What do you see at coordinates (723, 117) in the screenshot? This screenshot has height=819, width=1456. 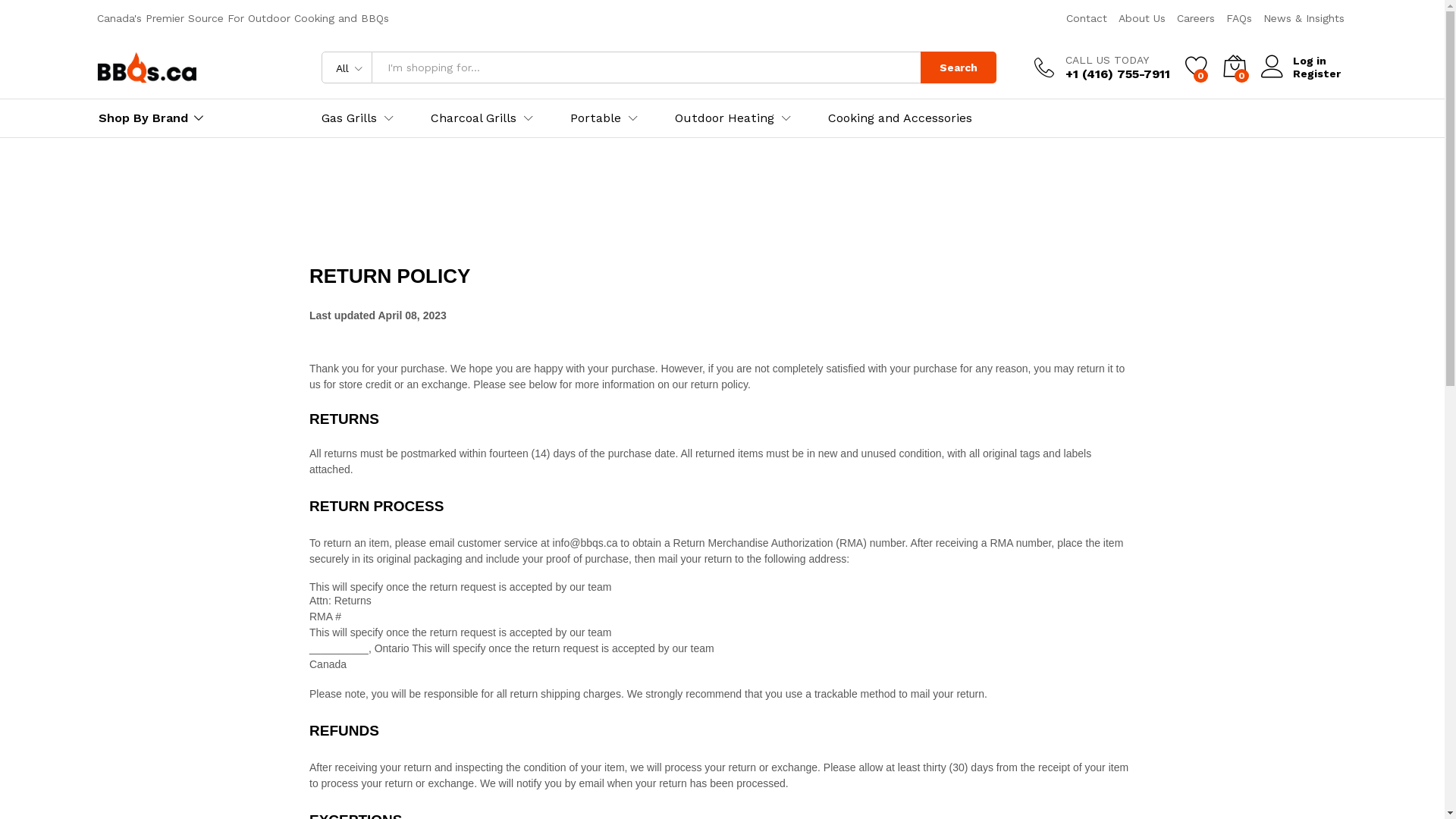 I see `'Outdoor Heating'` at bounding box center [723, 117].